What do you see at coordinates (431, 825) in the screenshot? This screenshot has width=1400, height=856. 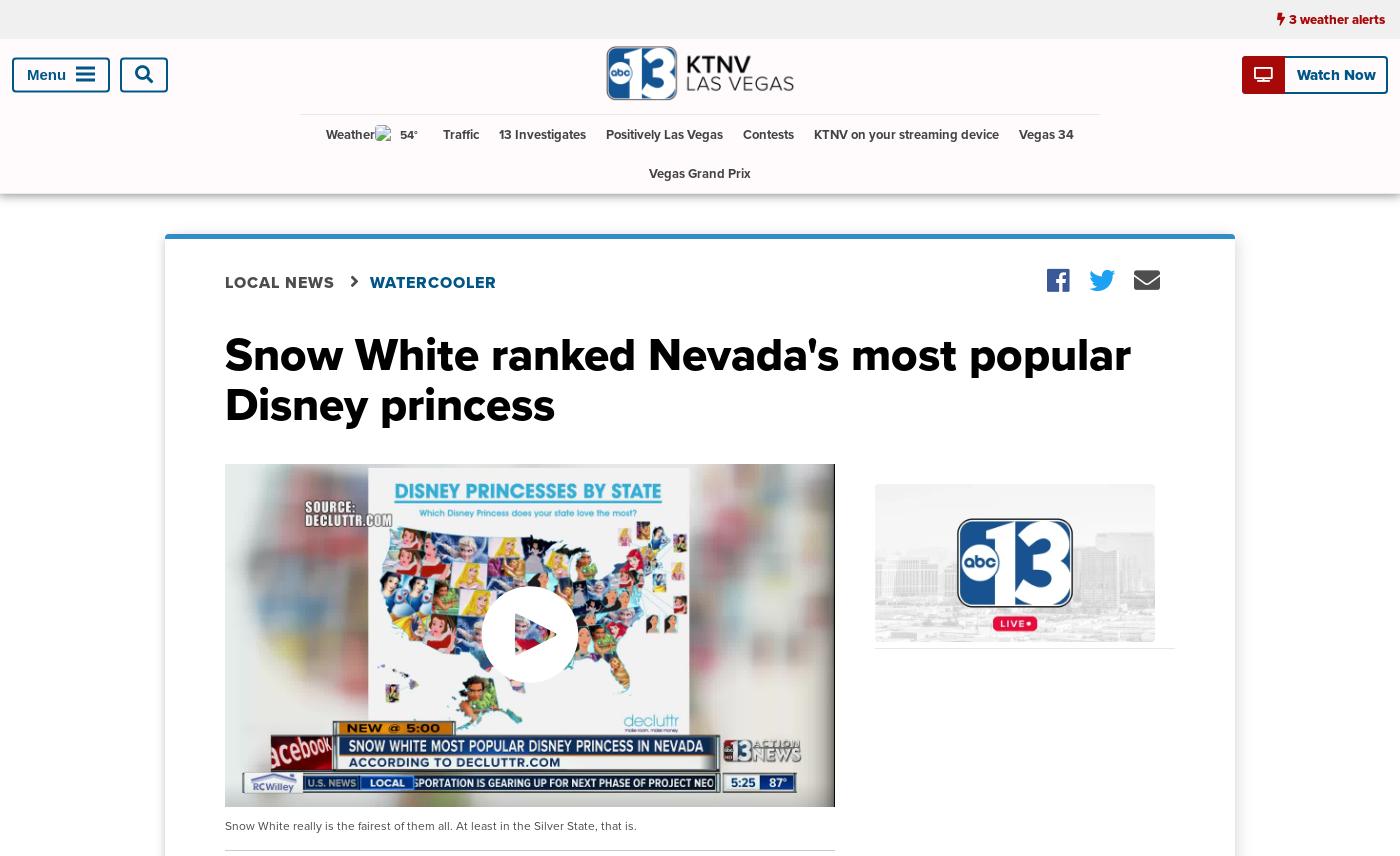 I see `'Snow White really is the fairest of them all. At least in the Silver State, that is.'` at bounding box center [431, 825].